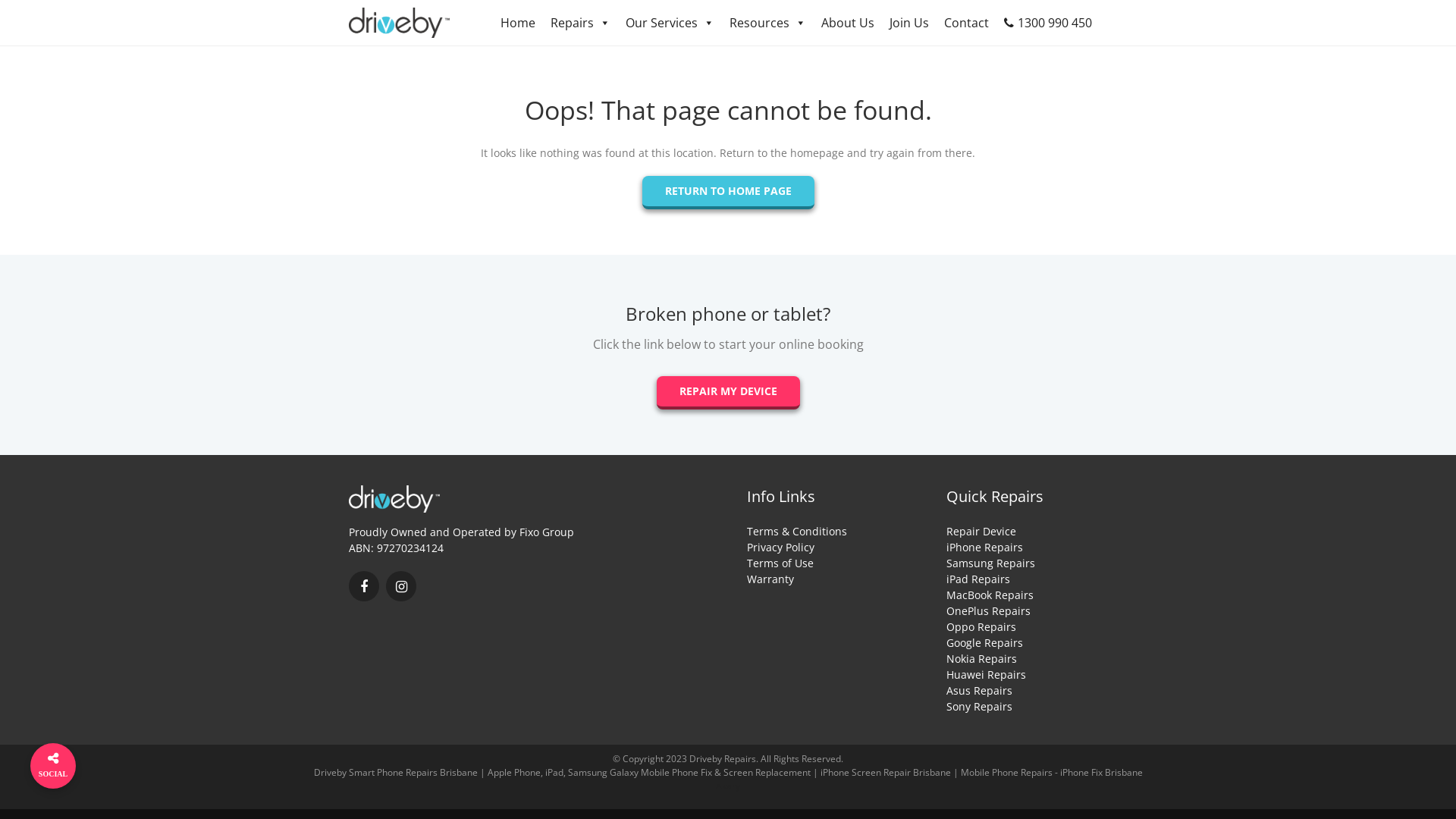 This screenshot has height=819, width=1456. What do you see at coordinates (986, 673) in the screenshot?
I see `'Huawei Repairs'` at bounding box center [986, 673].